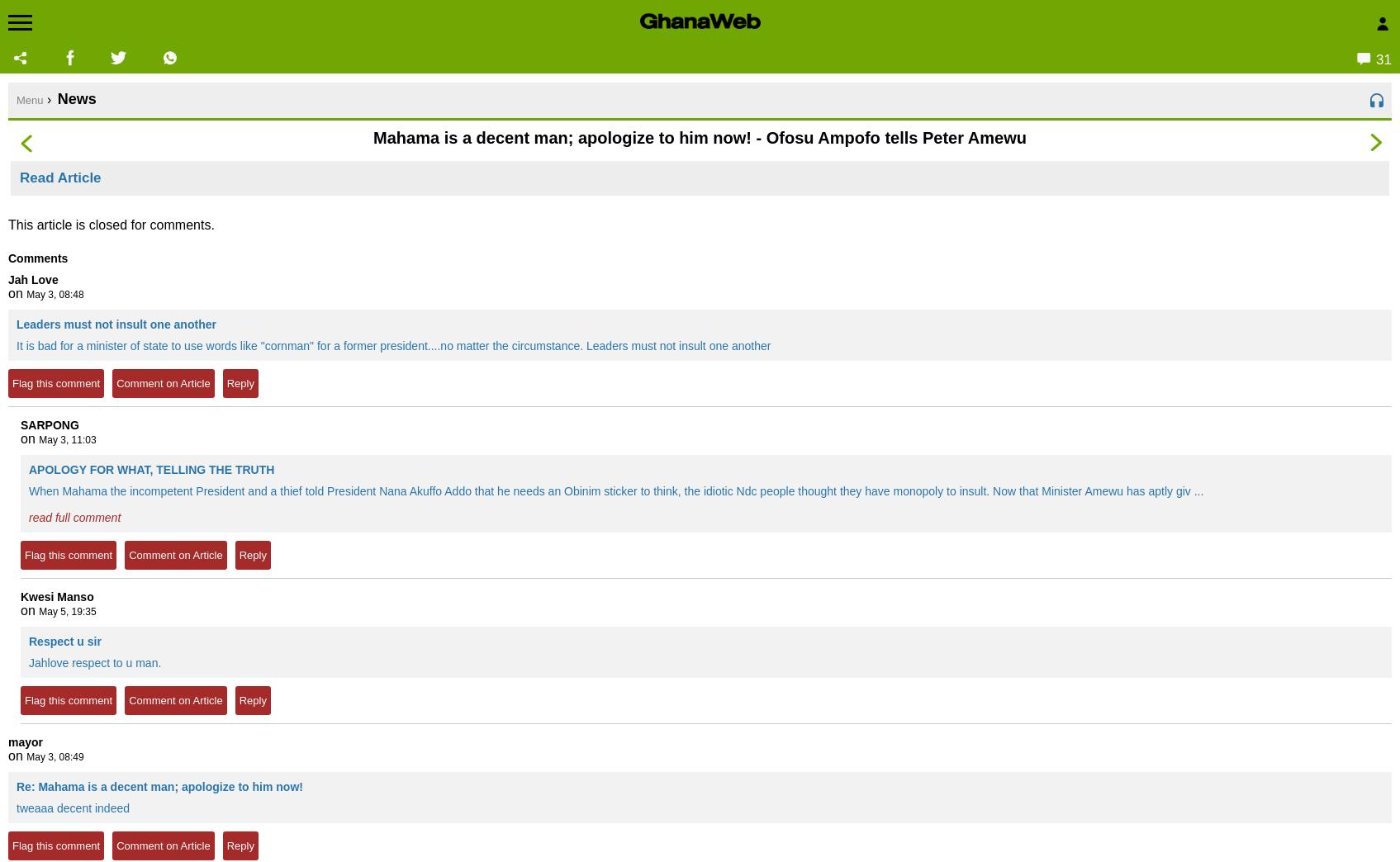  Describe the element at coordinates (54, 756) in the screenshot. I see `'May  3, 08:49'` at that location.